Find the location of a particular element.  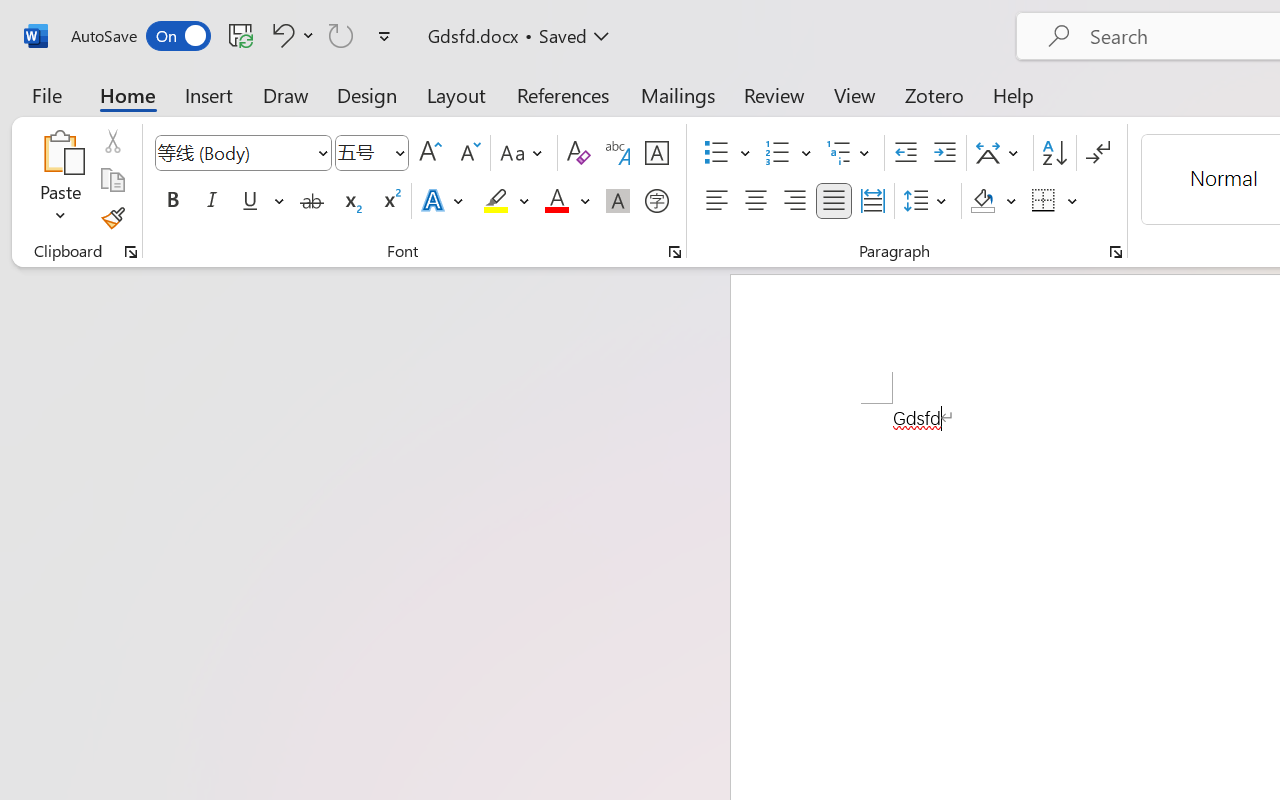

'Shading RGB(0, 0, 0)' is located at coordinates (983, 201).